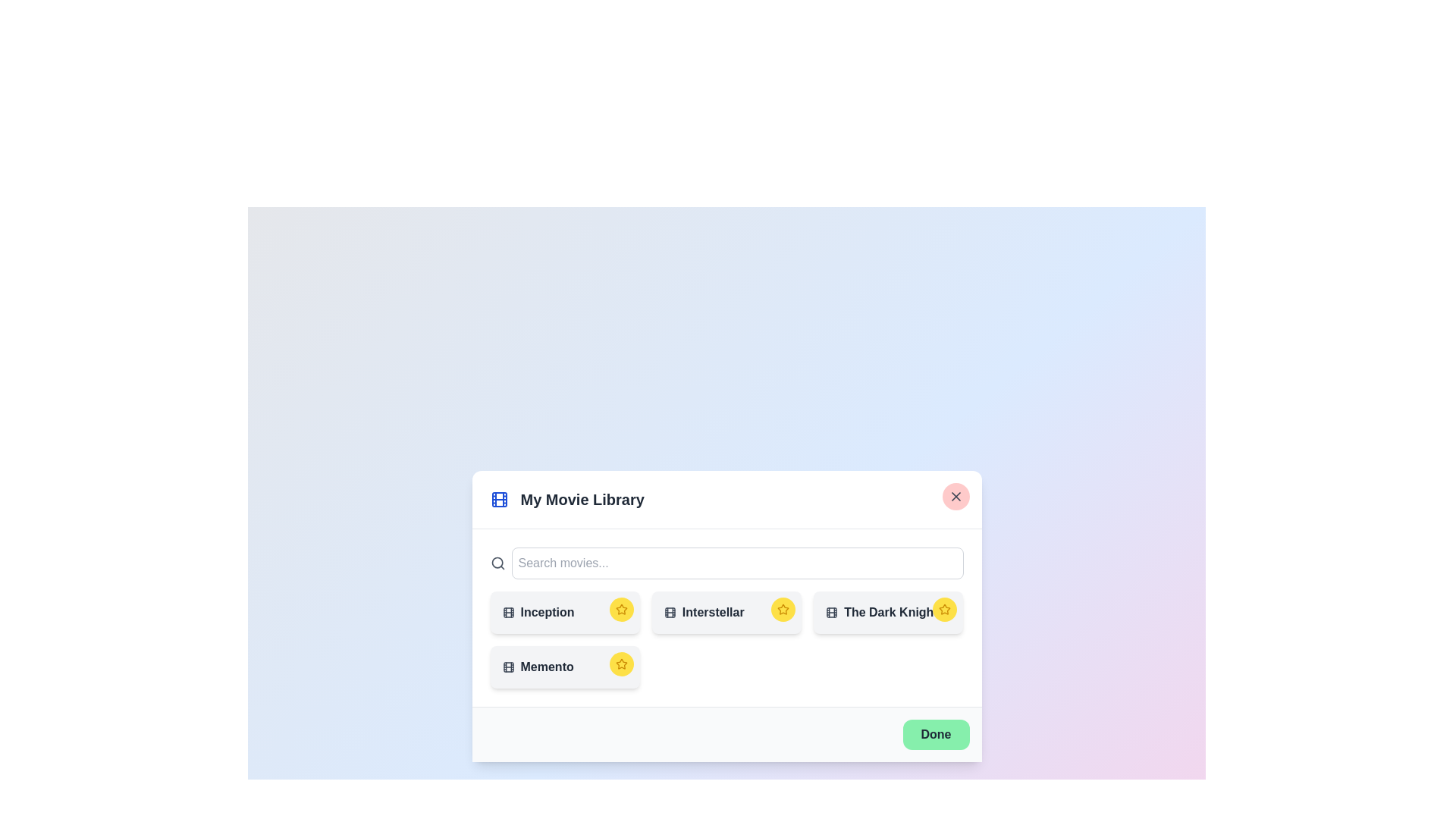  Describe the element at coordinates (621, 608) in the screenshot. I see `the rating icon for the movie 'Inception' in 'My Movie Library' to express selection or rating` at that location.